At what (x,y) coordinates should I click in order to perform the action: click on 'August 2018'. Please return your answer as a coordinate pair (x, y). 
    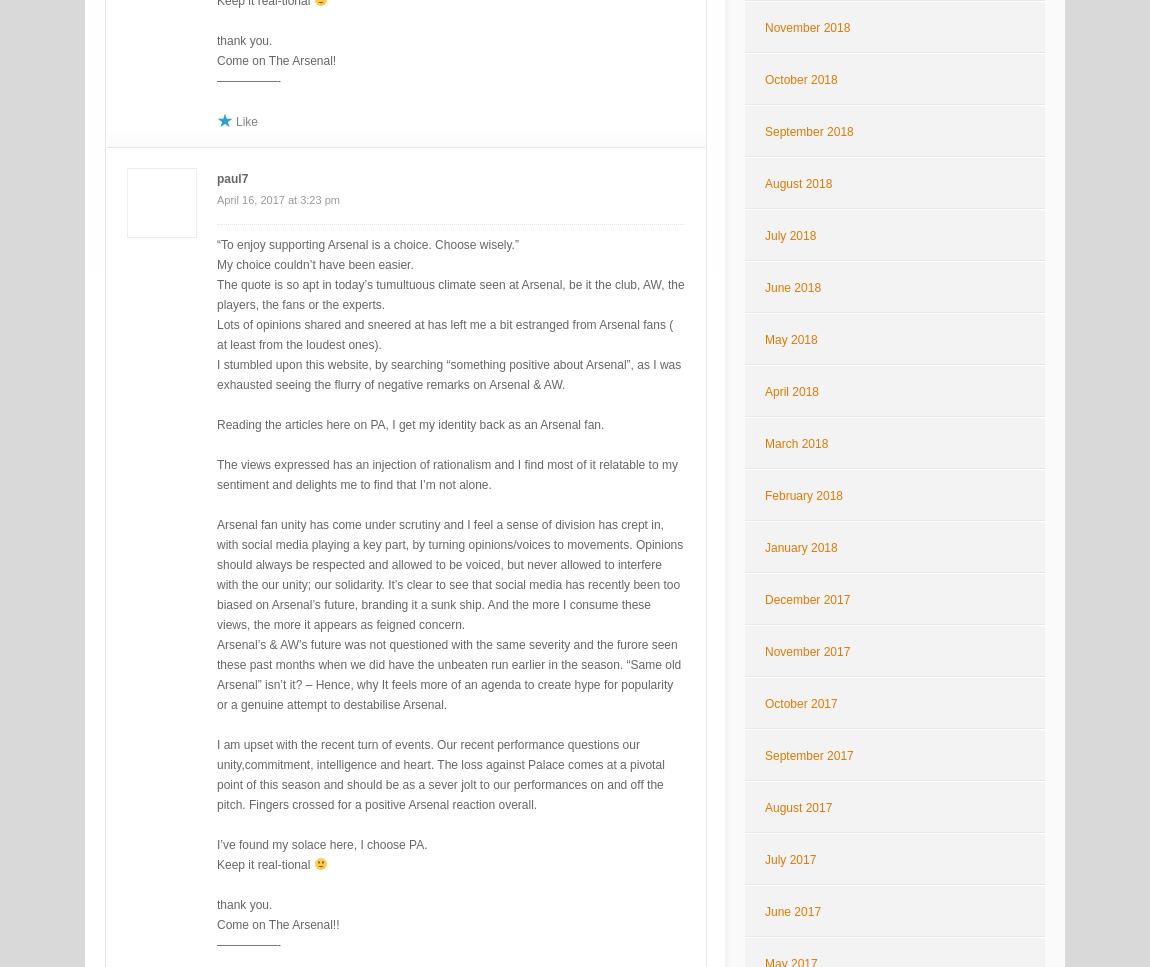
    Looking at the image, I should click on (763, 184).